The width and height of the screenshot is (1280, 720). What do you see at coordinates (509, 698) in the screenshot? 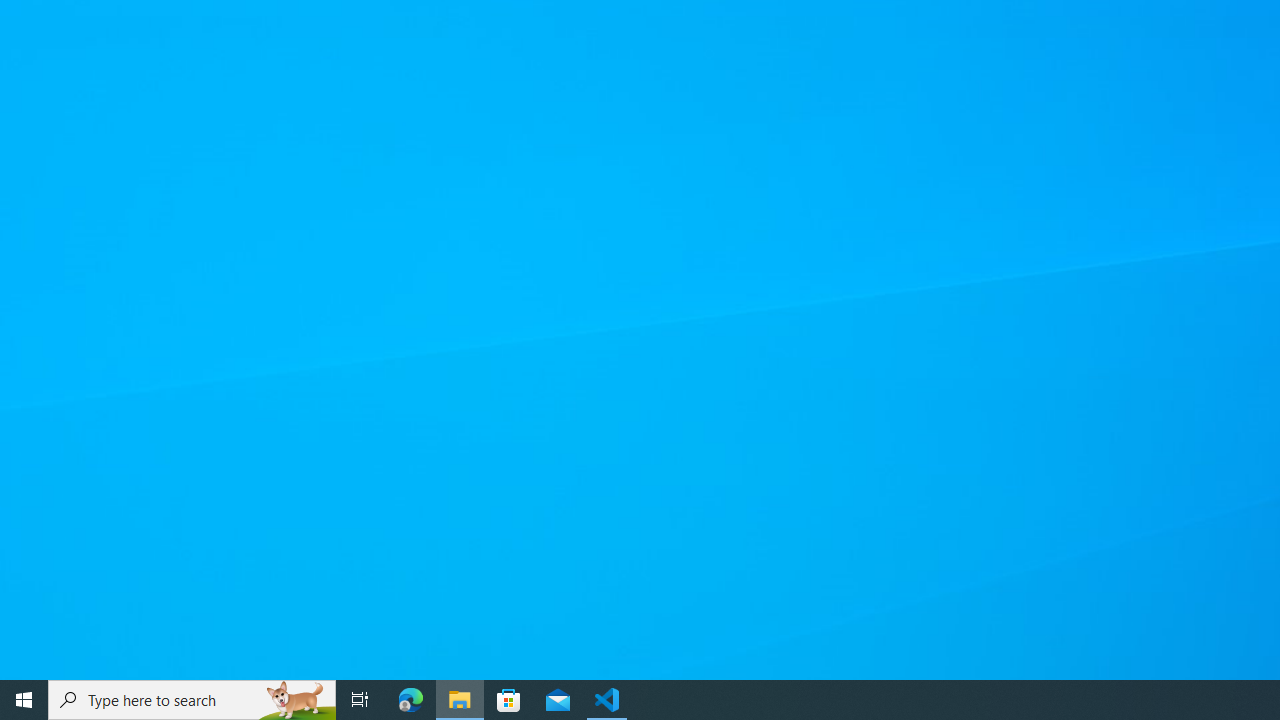
I see `'Microsoft Store'` at bounding box center [509, 698].